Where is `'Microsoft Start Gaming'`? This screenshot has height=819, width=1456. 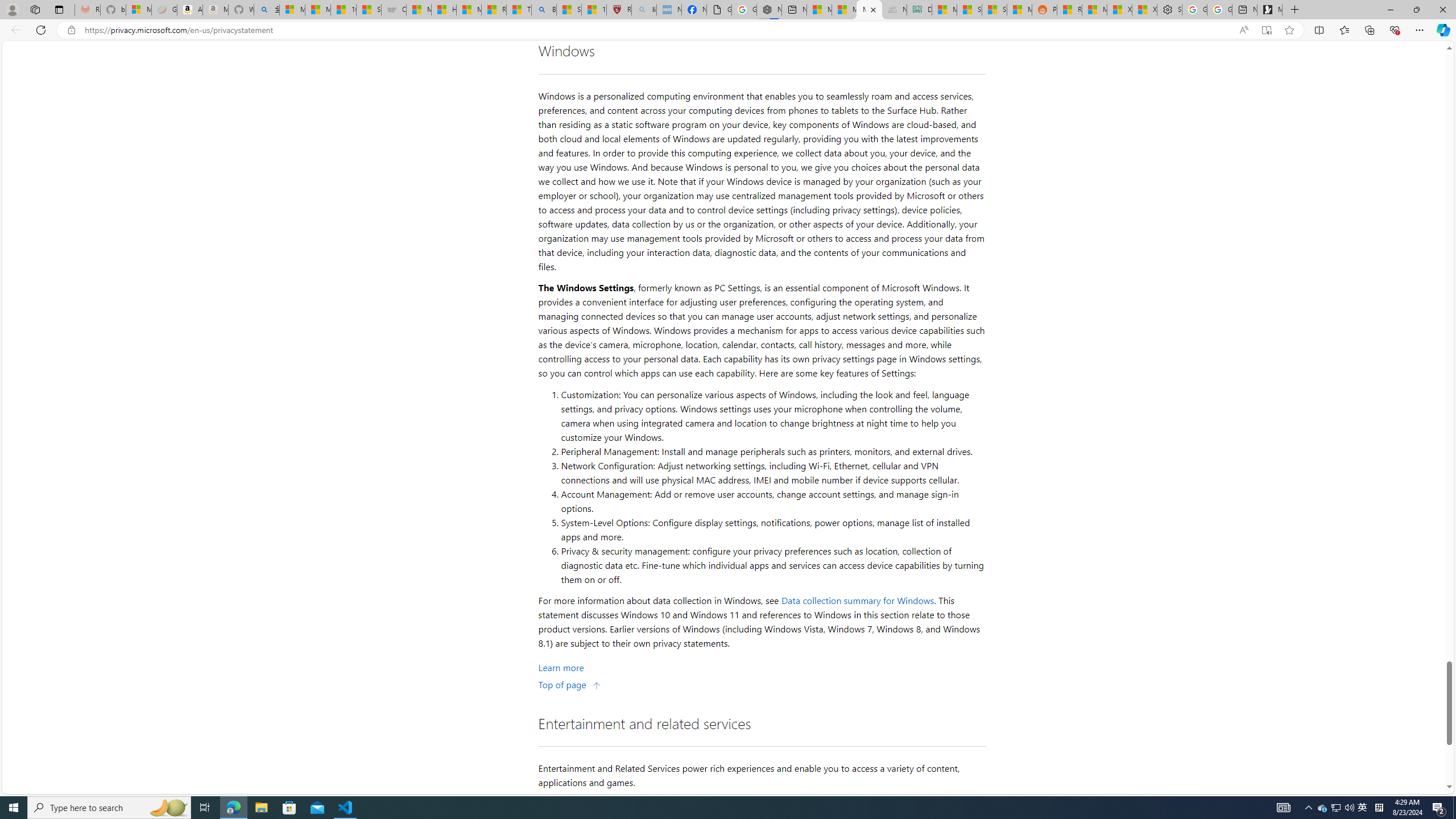 'Microsoft Start Gaming' is located at coordinates (1269, 9).